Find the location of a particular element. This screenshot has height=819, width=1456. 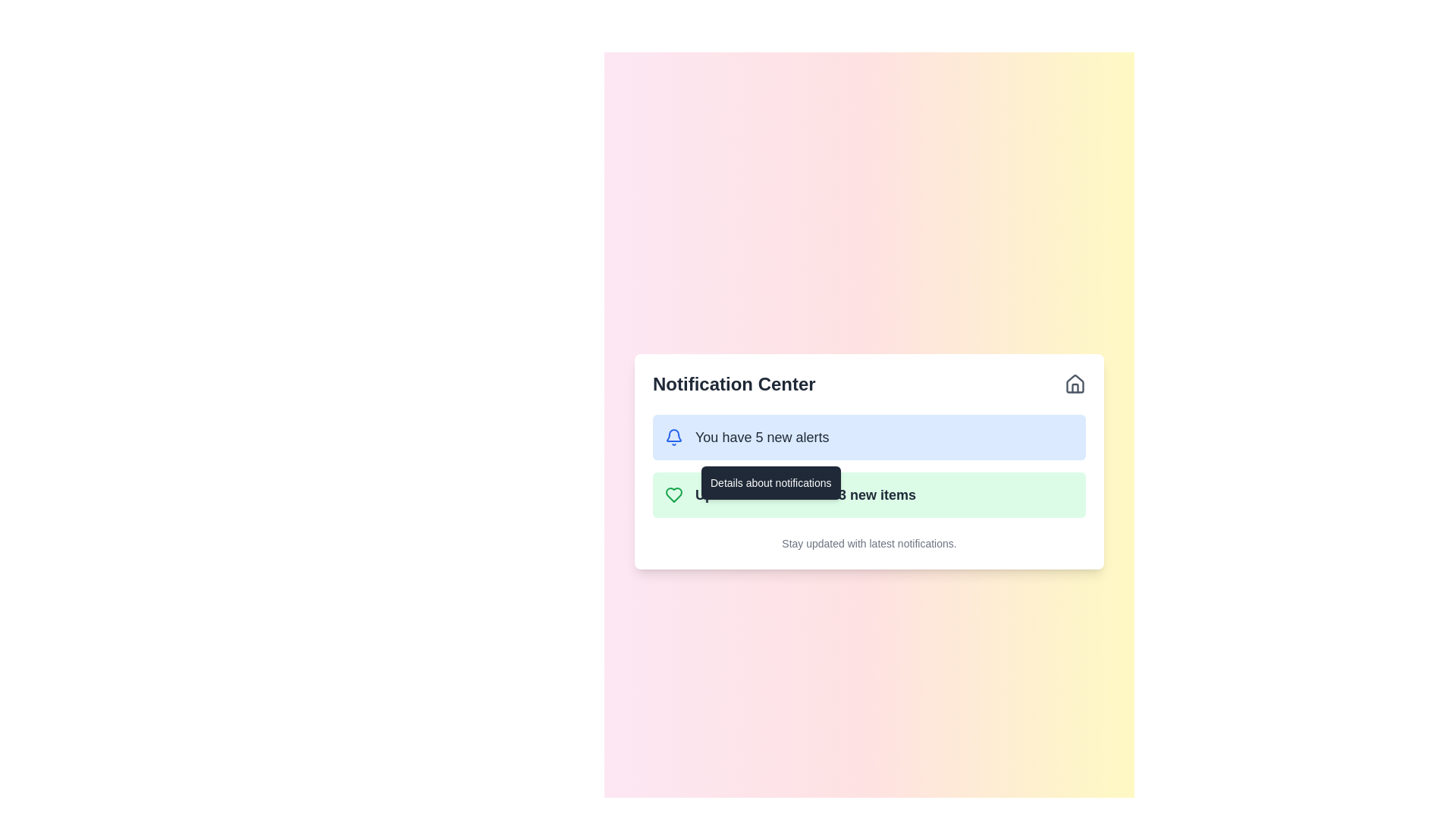

the 'like' or 'favorite' icon located to the left of the text 'Updated 3 new items' within the notification card is located at coordinates (673, 494).